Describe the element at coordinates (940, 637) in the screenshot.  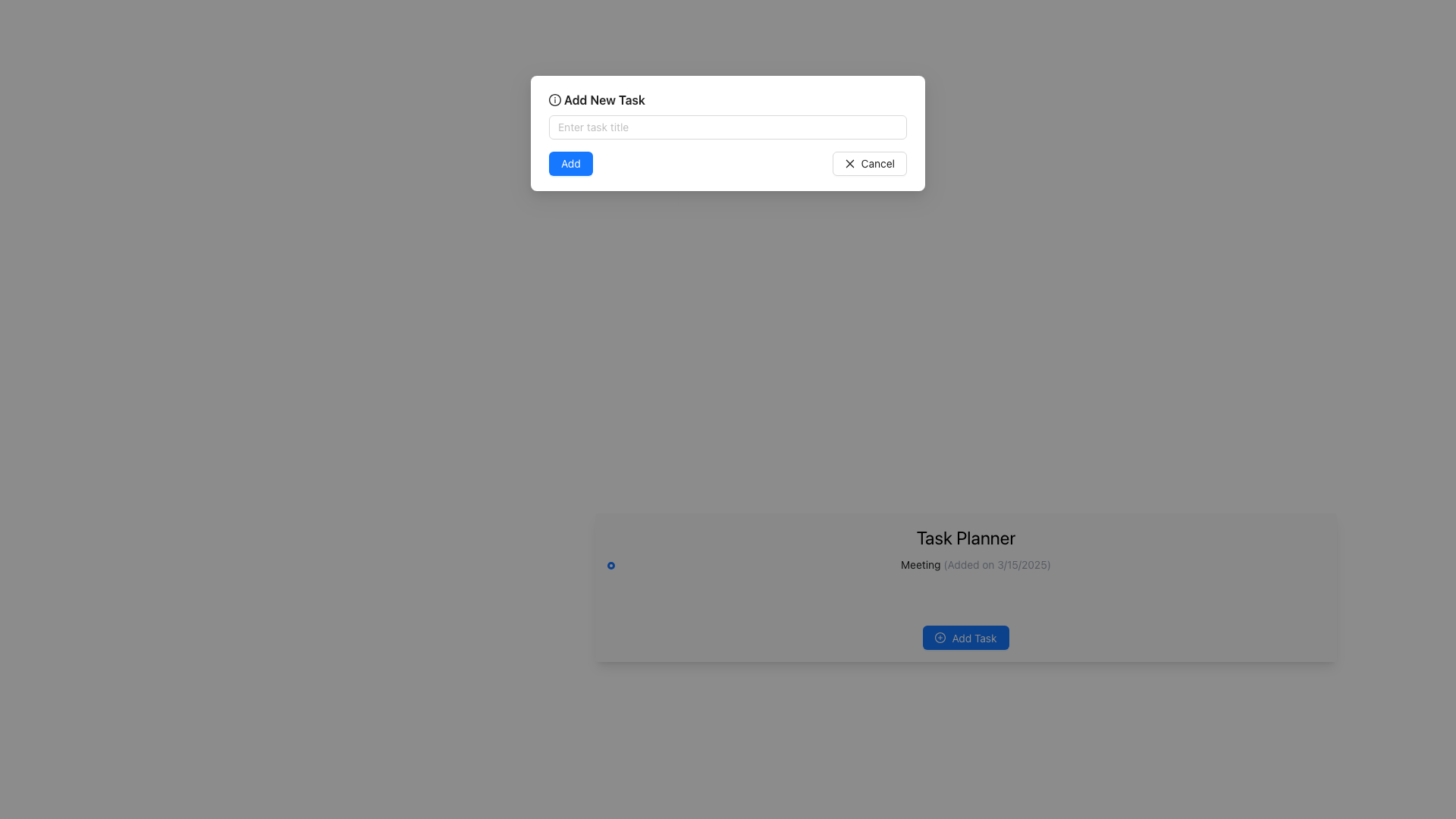
I see `the icon on the 'Add Task' button located at the bottom center of the 'Task Planner' panel` at that location.